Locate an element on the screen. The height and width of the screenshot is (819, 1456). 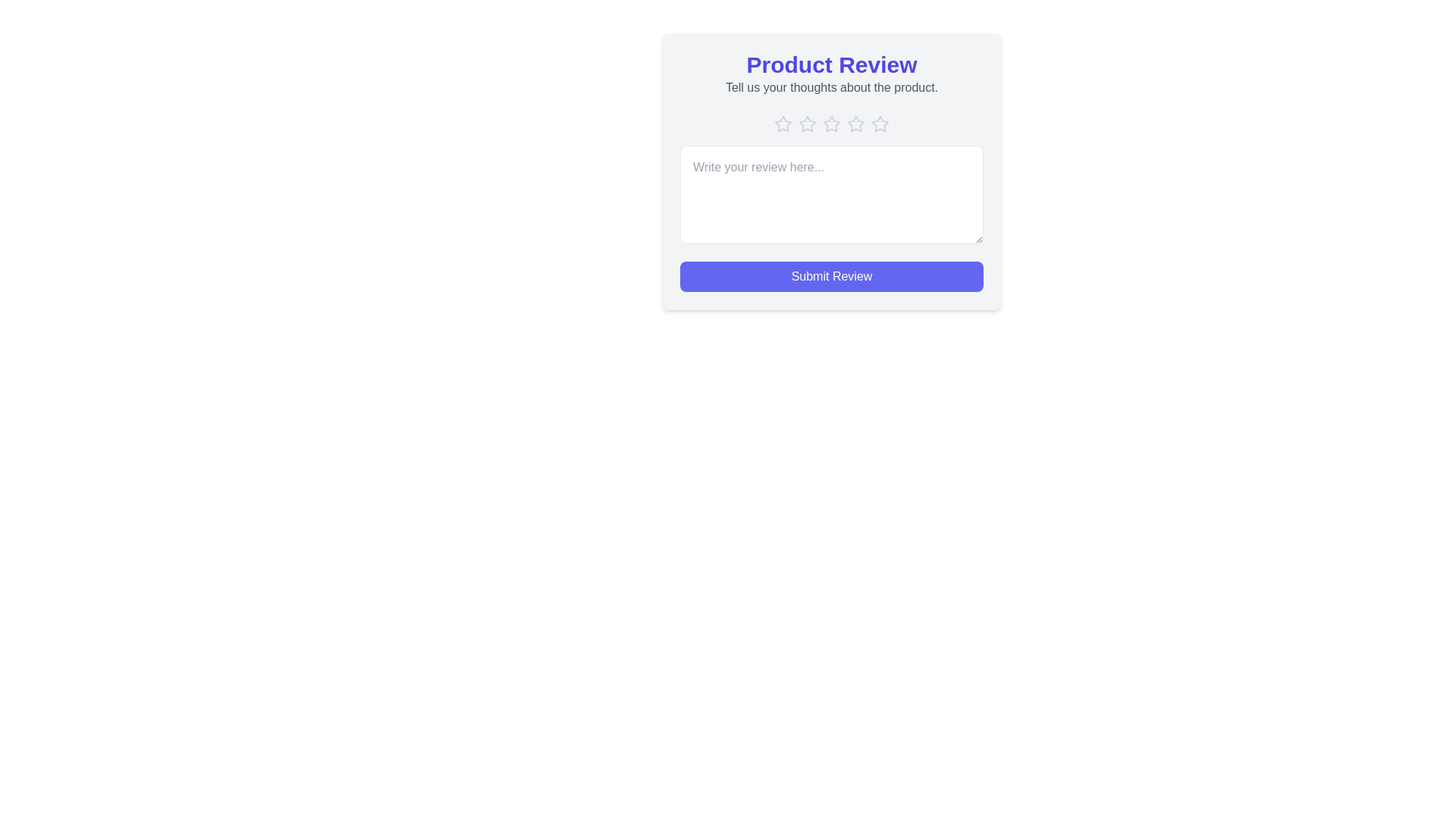
across the five outlined star icons in the Rating component is located at coordinates (831, 124).